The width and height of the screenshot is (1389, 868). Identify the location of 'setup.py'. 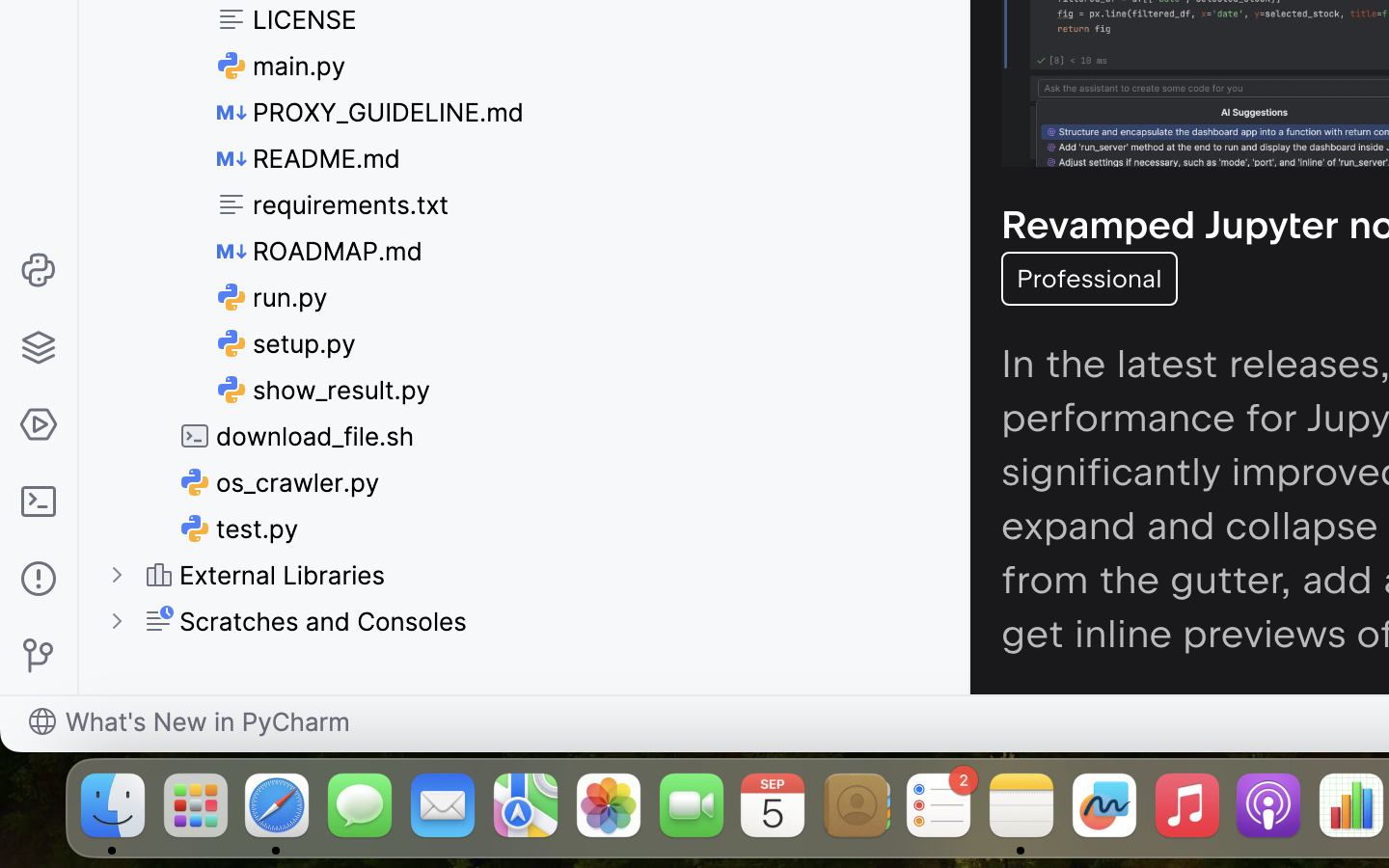
(286, 343).